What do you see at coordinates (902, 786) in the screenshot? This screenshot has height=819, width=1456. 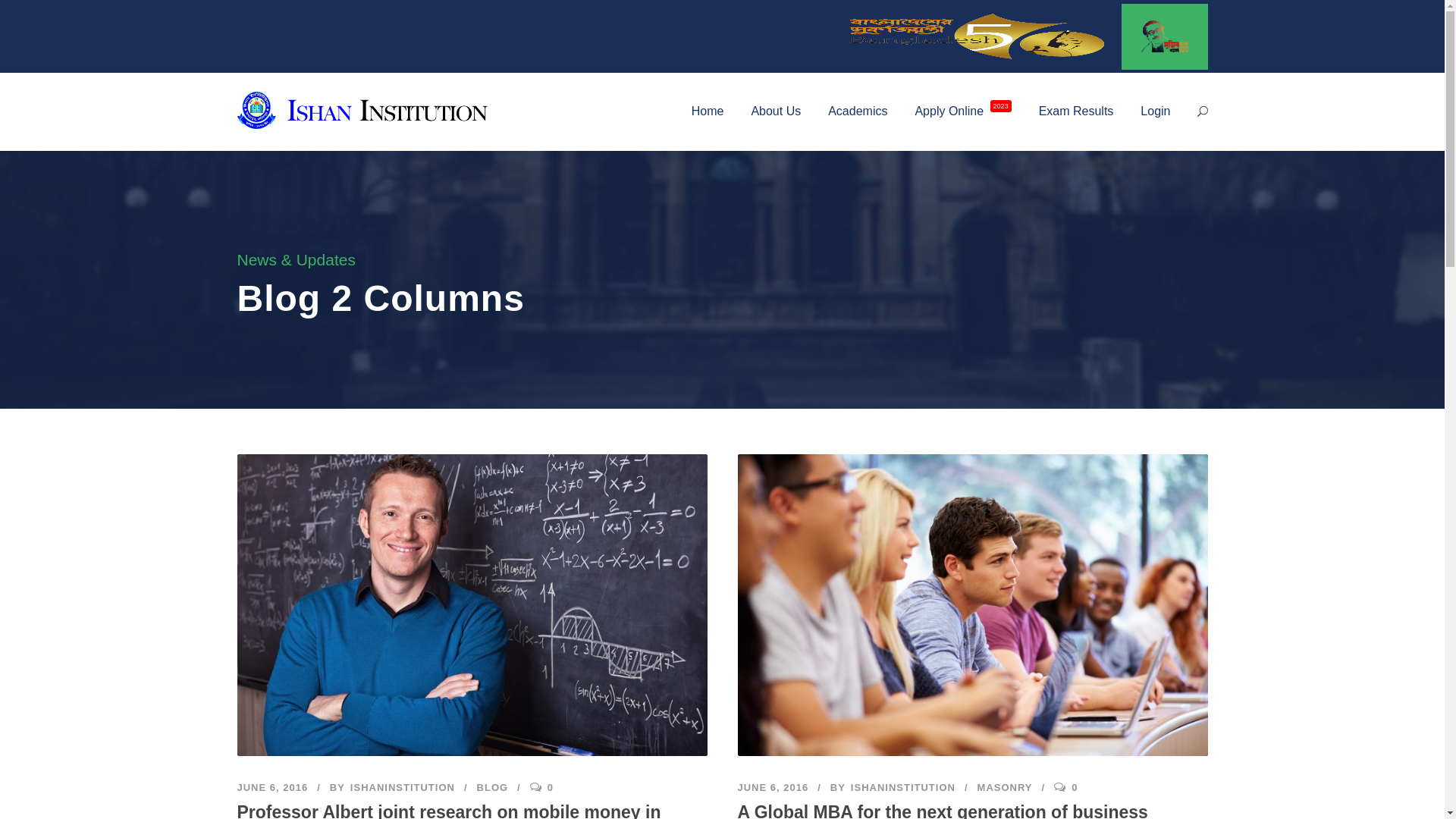 I see `'ISHANINSTITUTION'` at bounding box center [902, 786].